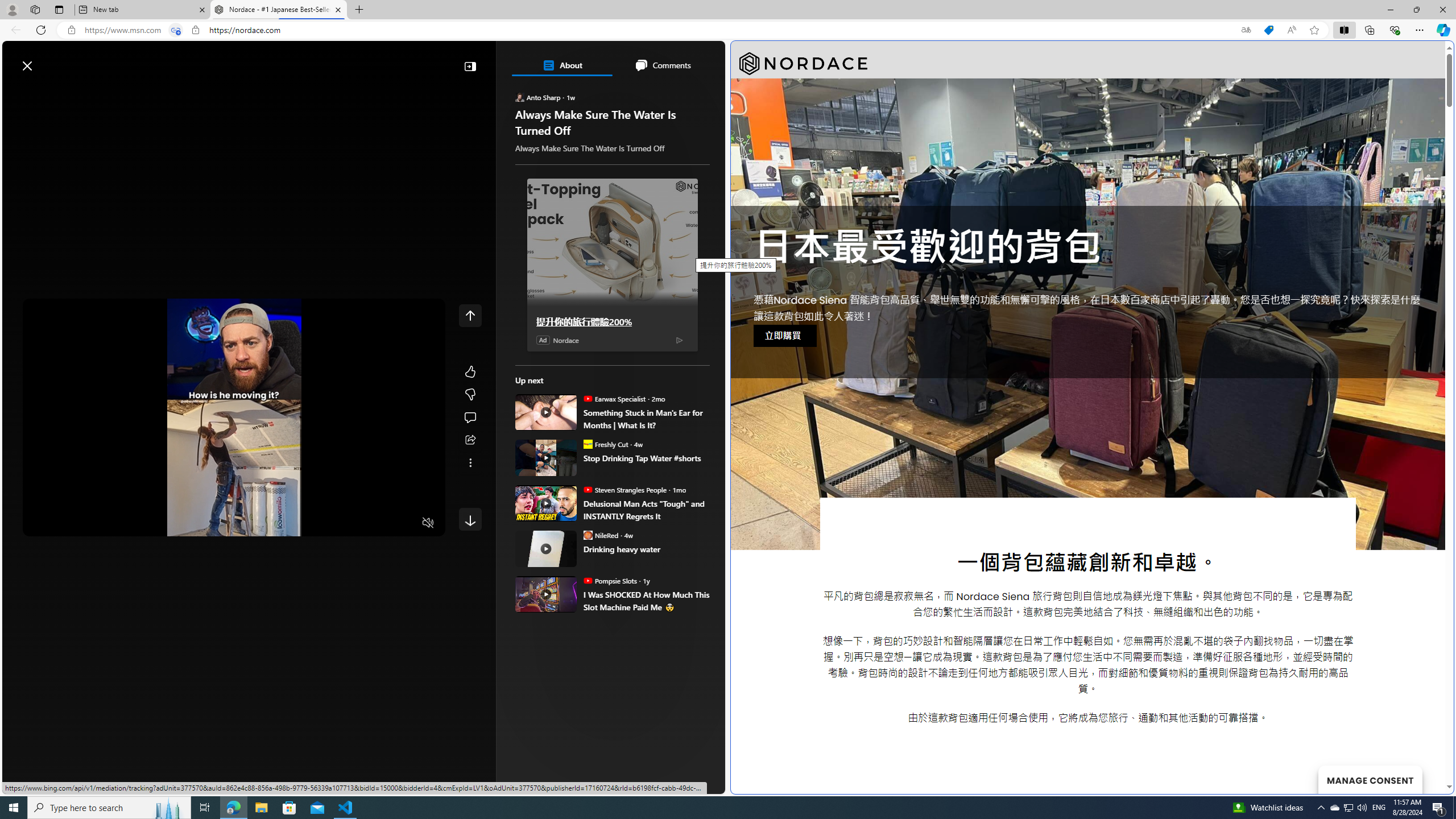  I want to click on 'Something Stuck in Man', so click(646, 418).